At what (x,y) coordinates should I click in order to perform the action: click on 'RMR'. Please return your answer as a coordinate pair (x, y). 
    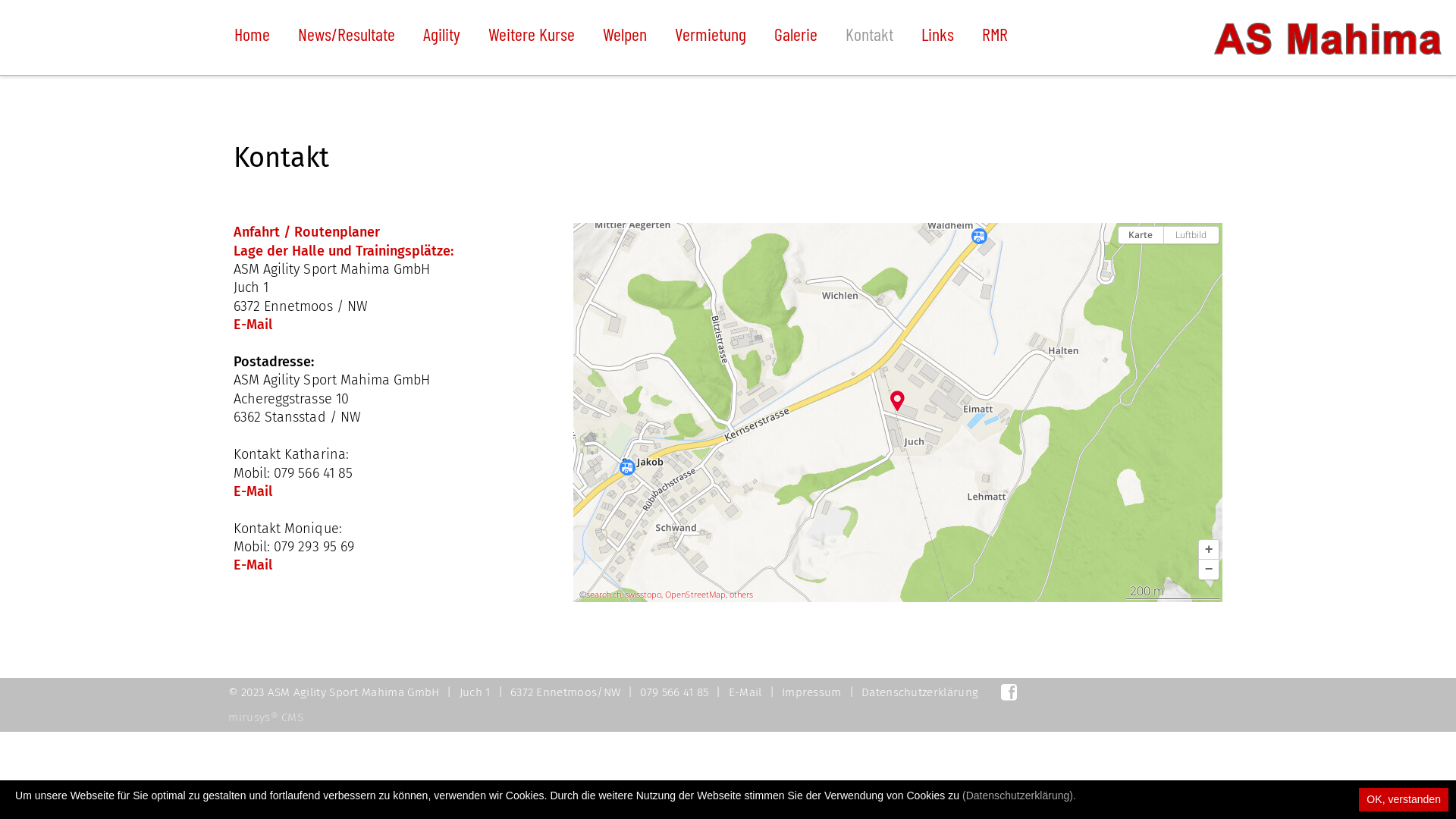
    Looking at the image, I should click on (994, 37).